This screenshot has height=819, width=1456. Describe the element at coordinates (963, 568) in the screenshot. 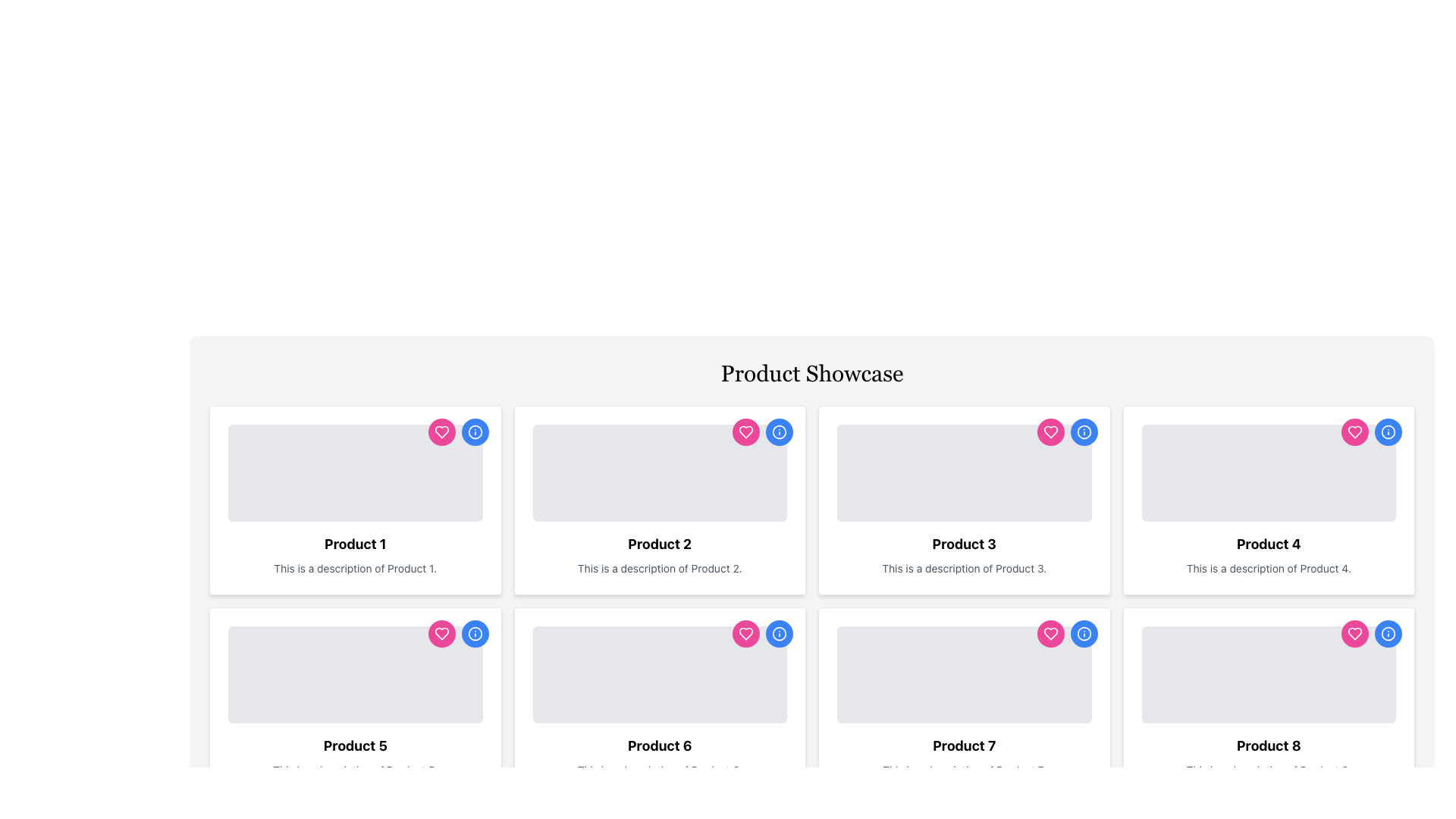

I see `text block that contains the description 'This is a description of Product 3.' located underneath the title 'Product 3' in the third product card of the grid layout` at that location.